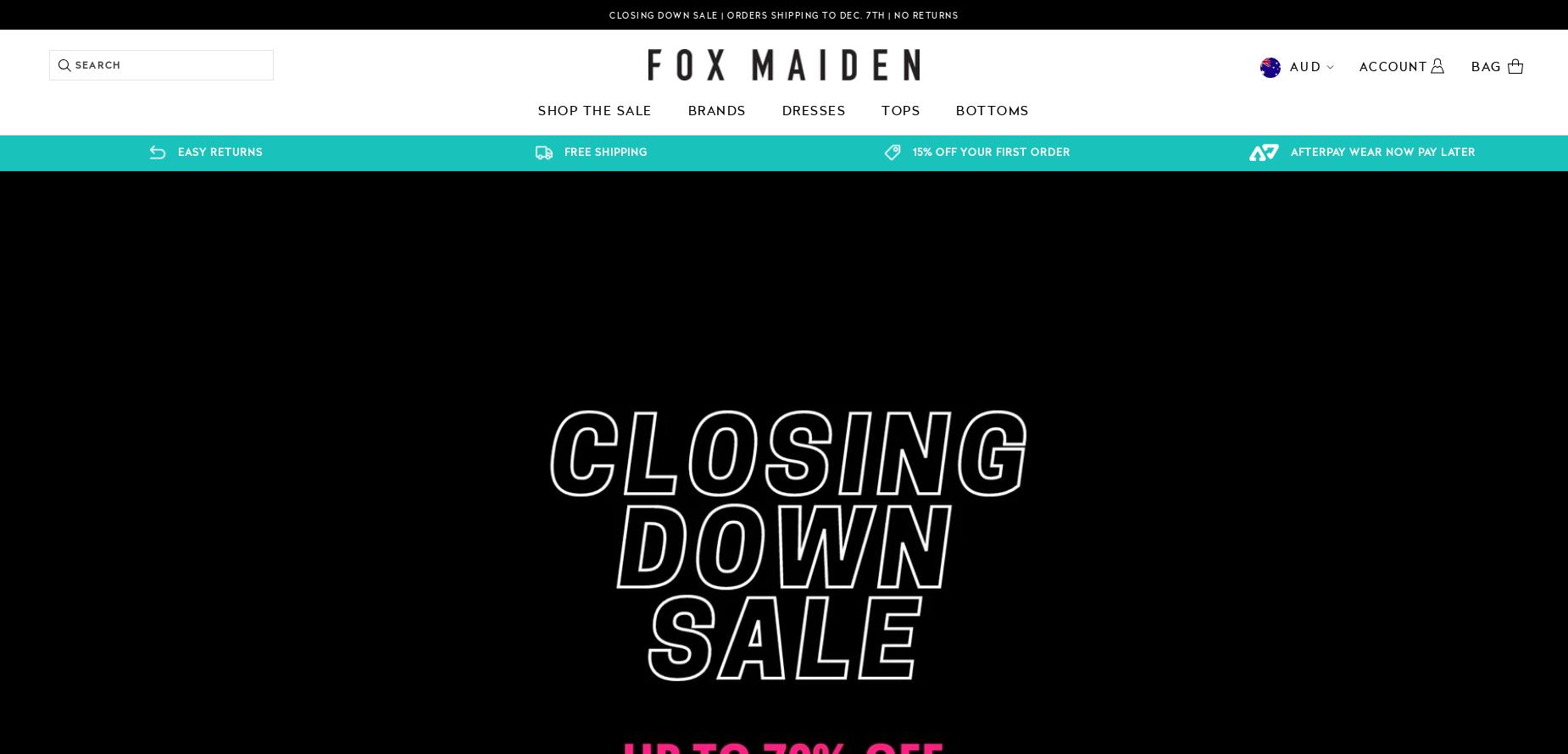  What do you see at coordinates (217, 239) in the screenshot?
I see `'Shorts'` at bounding box center [217, 239].